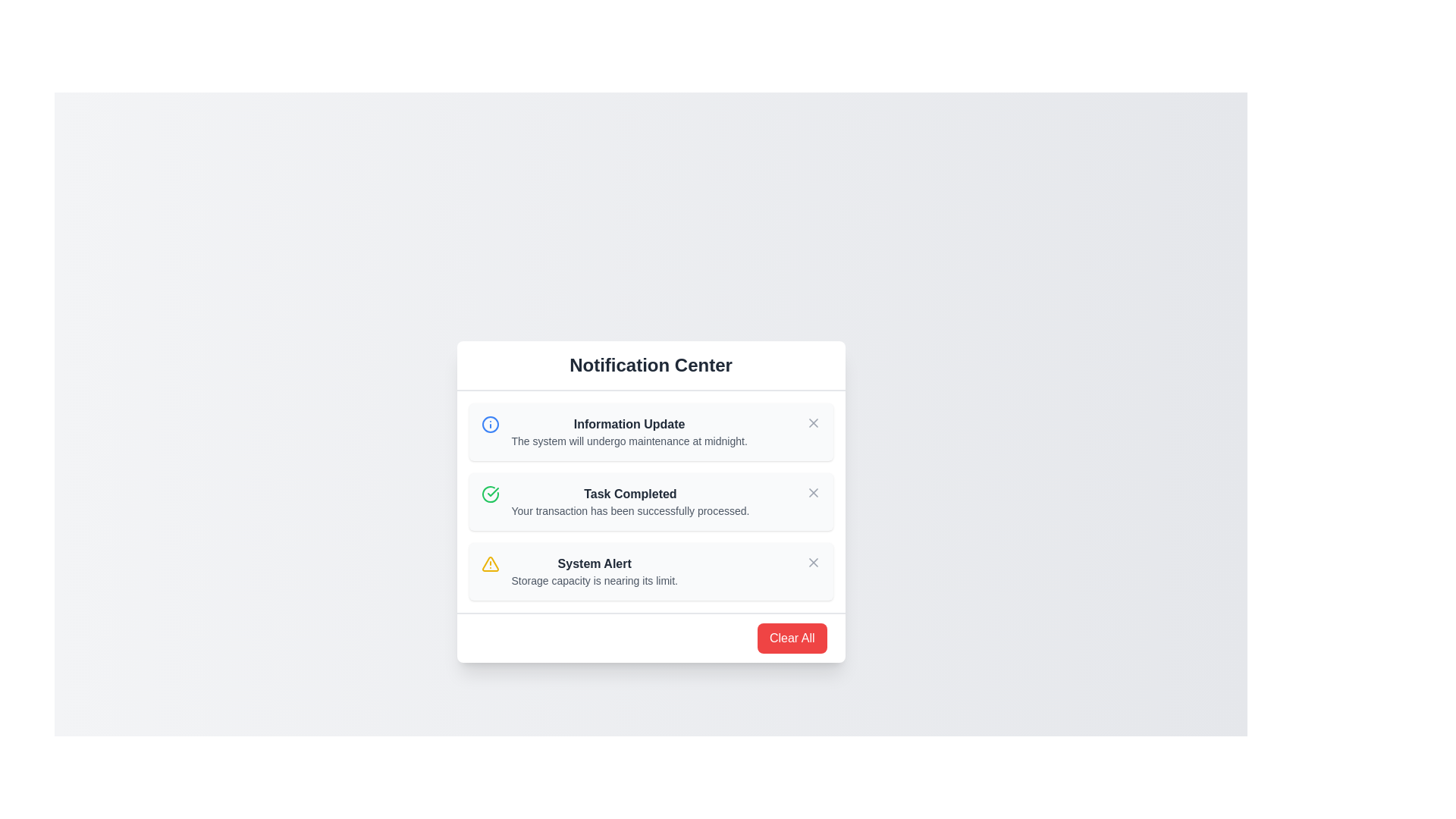 This screenshot has height=819, width=1456. I want to click on the small interactive button represented by an 'X' icon located at the top-right corner of the second notification card, so click(812, 493).